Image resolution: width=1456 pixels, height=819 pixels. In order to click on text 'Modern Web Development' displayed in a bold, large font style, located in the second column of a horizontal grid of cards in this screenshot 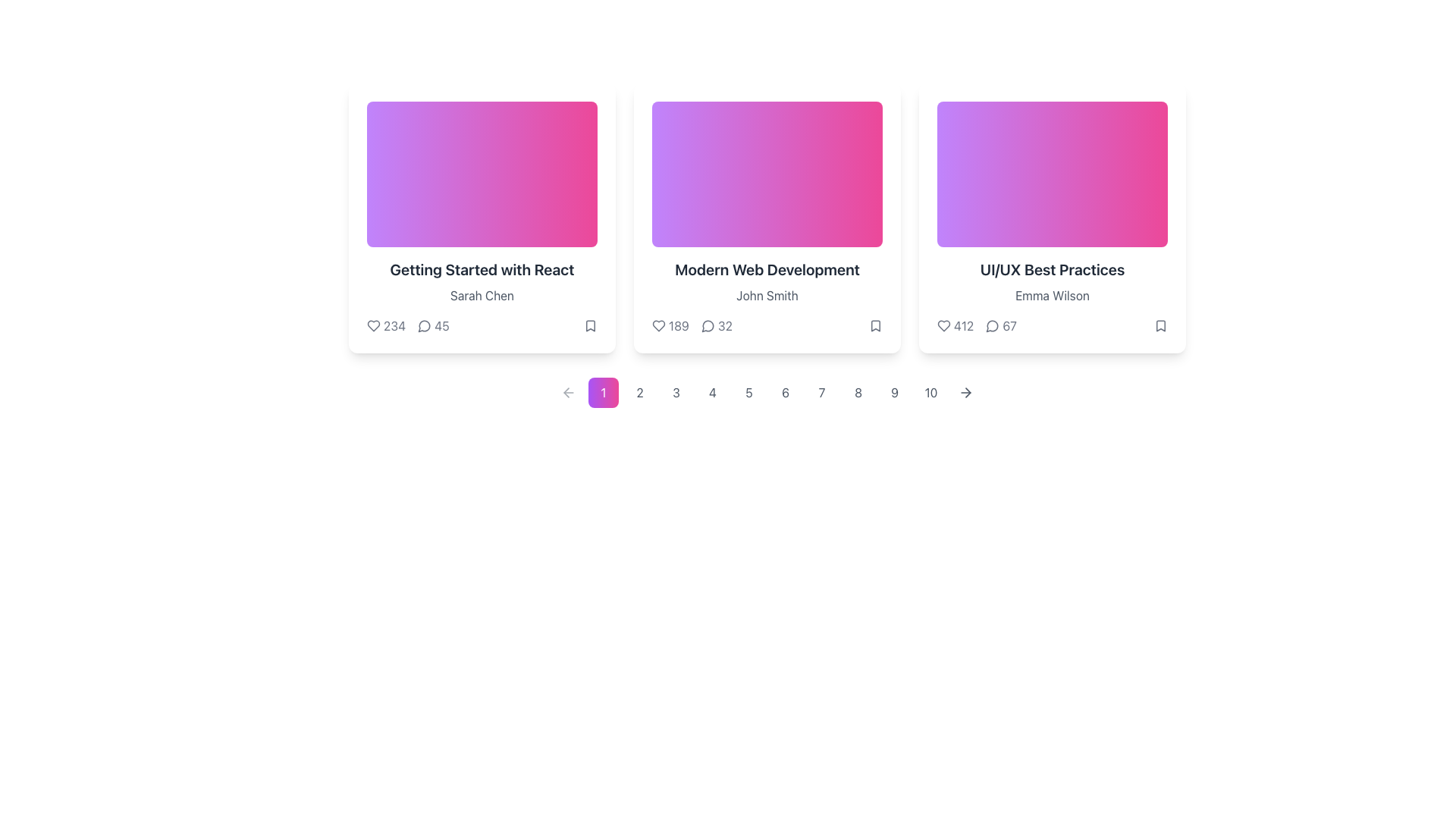, I will do `click(767, 268)`.